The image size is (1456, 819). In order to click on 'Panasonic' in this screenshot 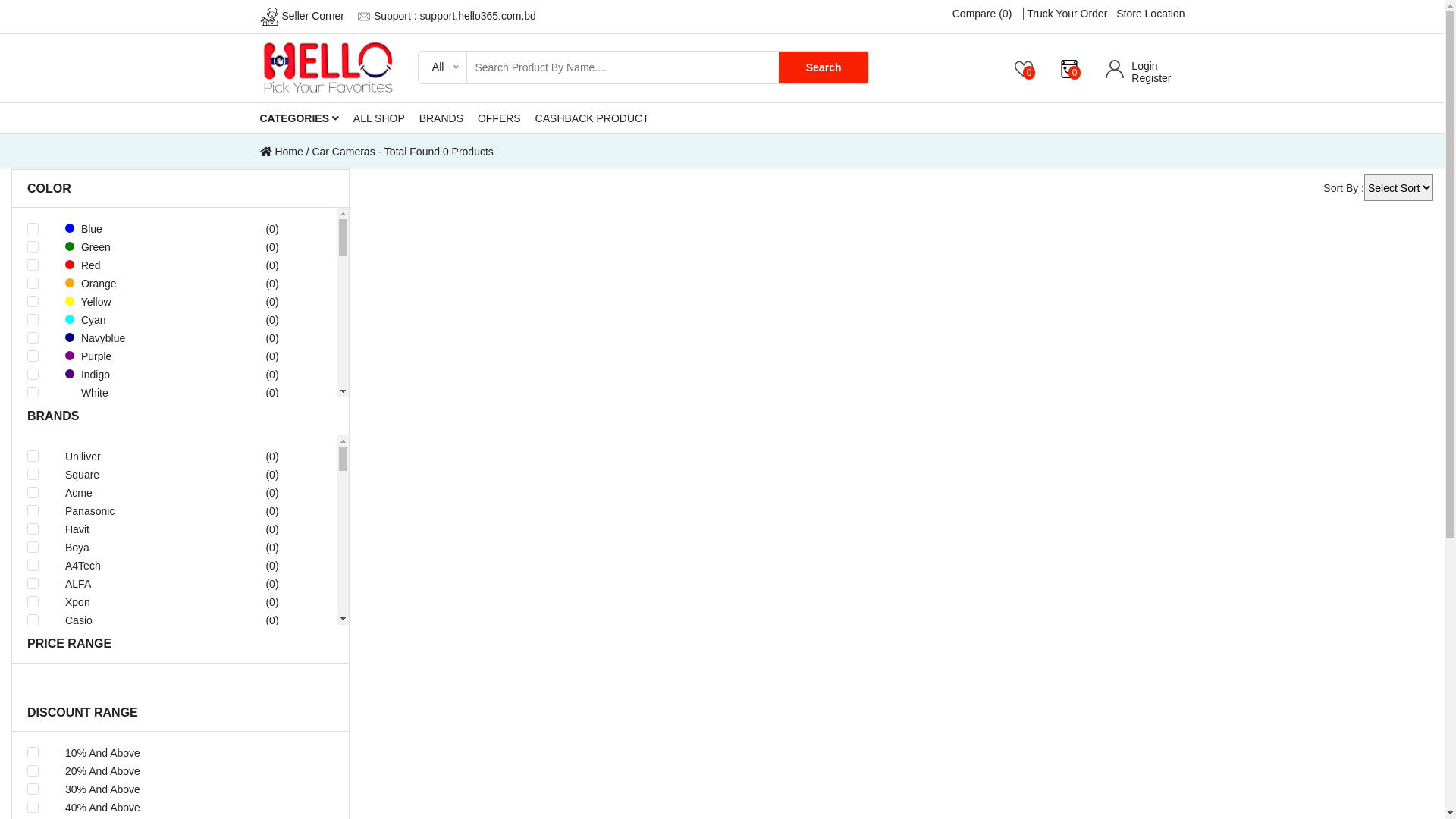, I will do `click(142, 511)`.